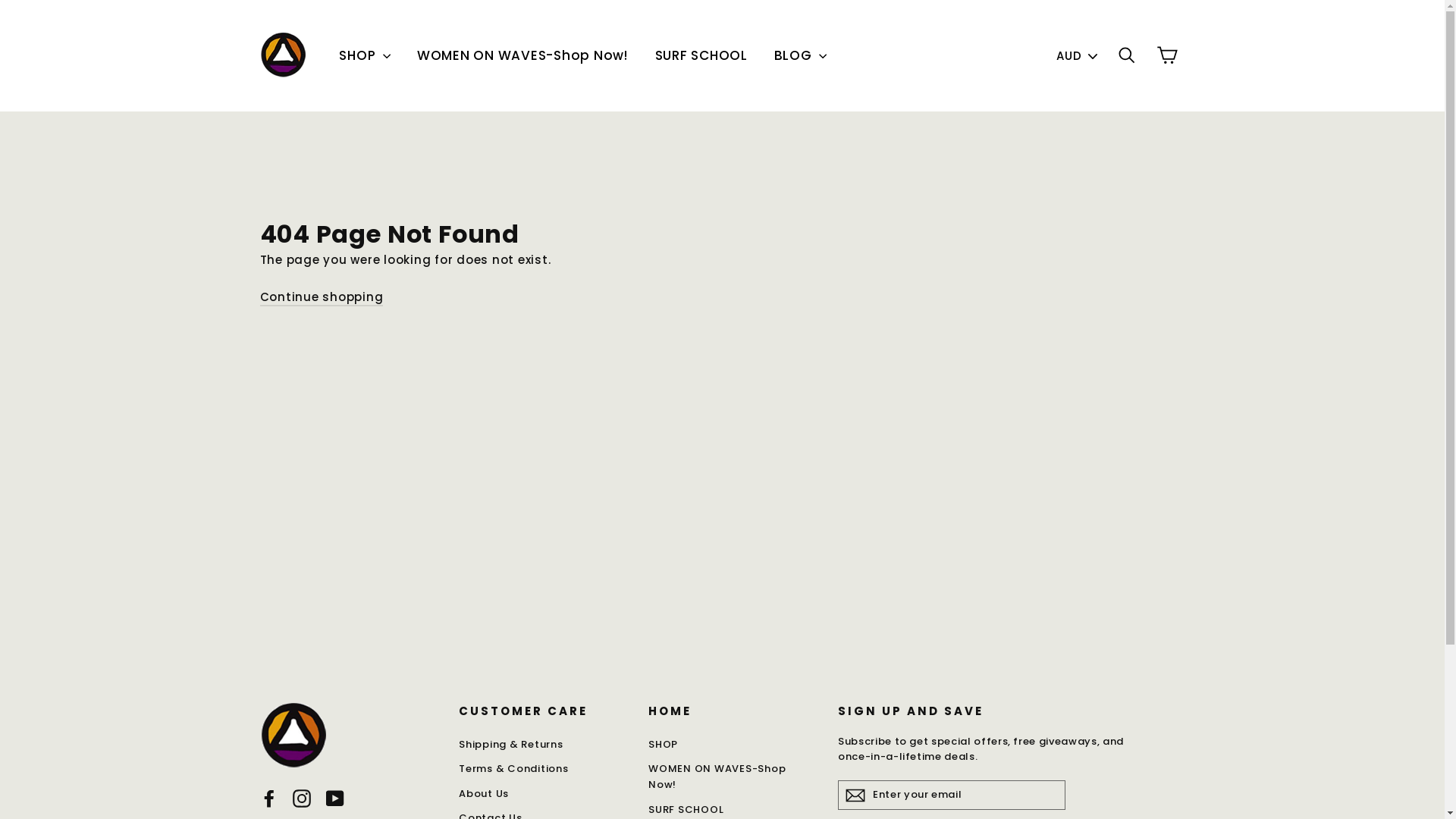 The width and height of the screenshot is (1456, 819). I want to click on 'Instagram', so click(302, 797).